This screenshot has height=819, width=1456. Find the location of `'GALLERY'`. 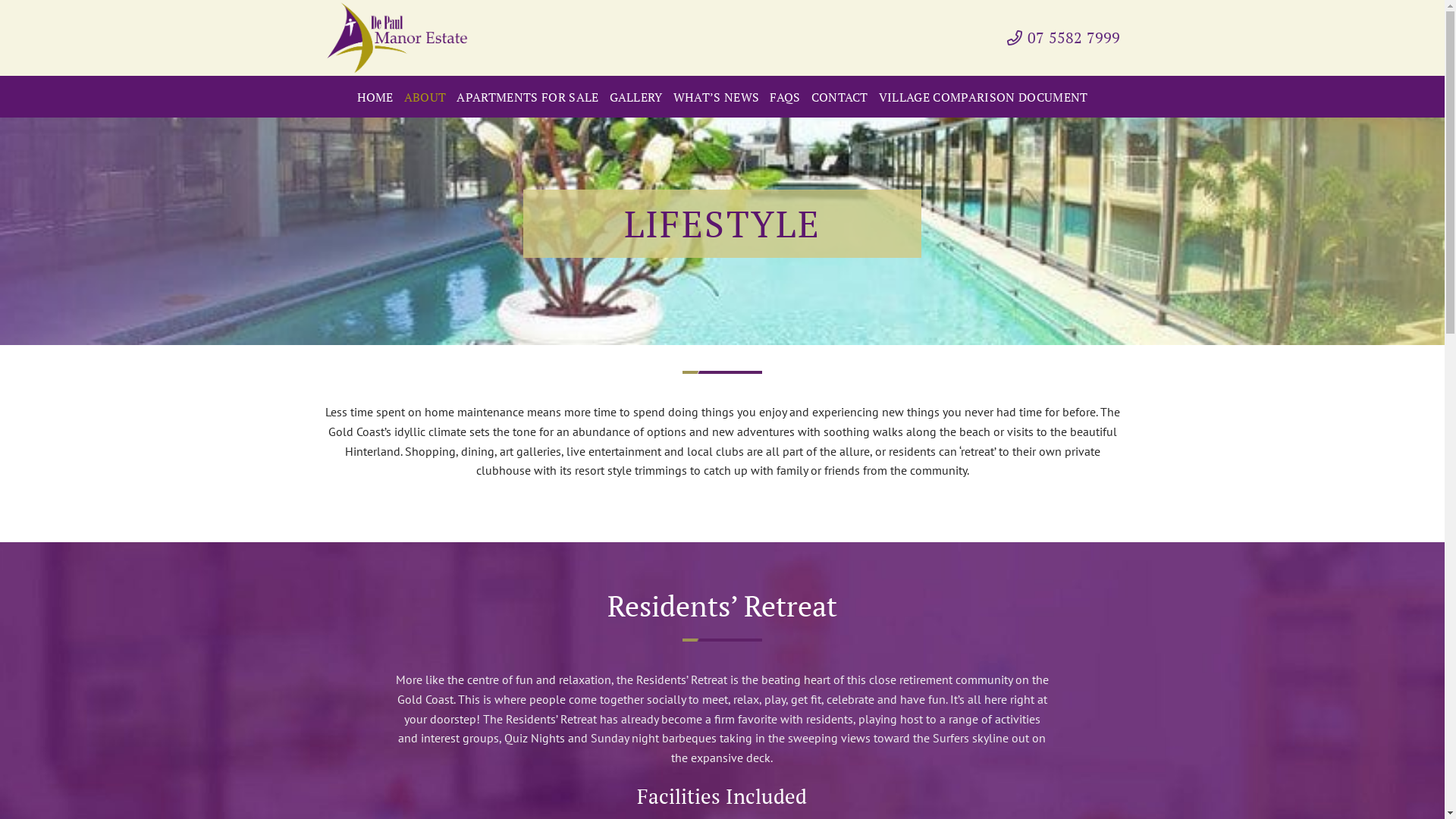

'GALLERY' is located at coordinates (636, 96).